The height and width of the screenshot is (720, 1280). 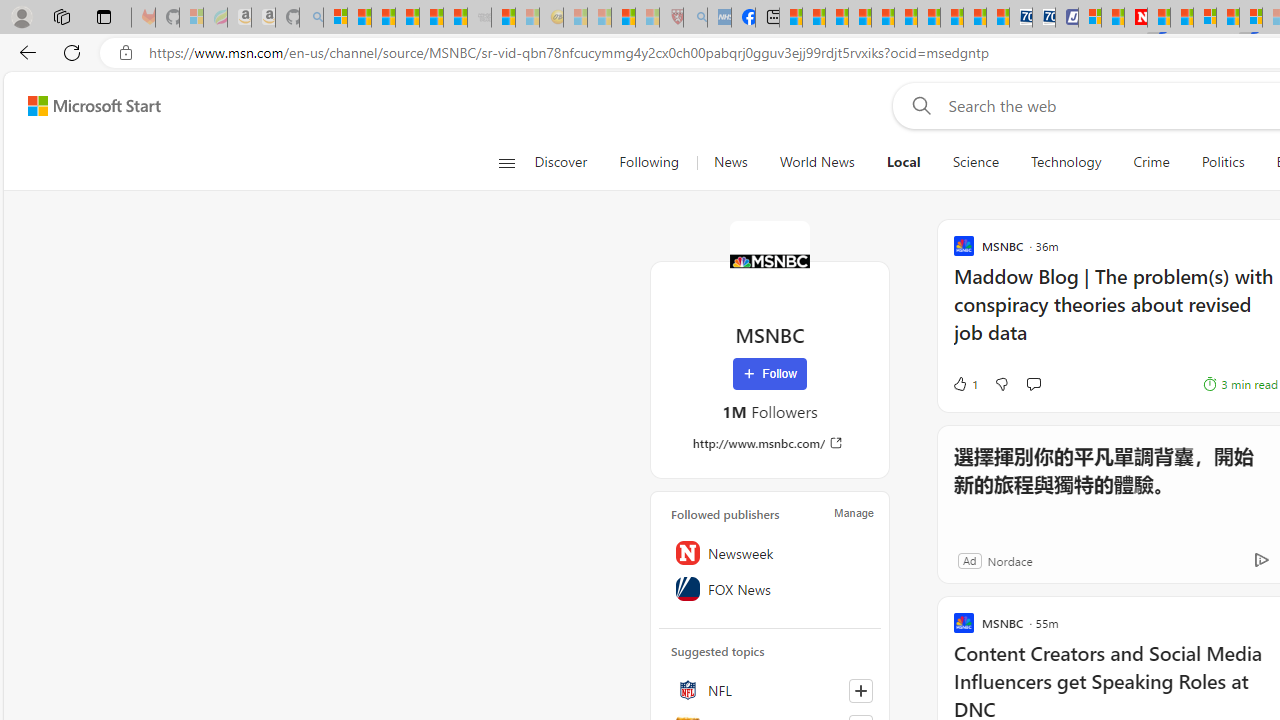 What do you see at coordinates (1042, 17) in the screenshot?
I see `'Cheap Hotels - Save70.com'` at bounding box center [1042, 17].